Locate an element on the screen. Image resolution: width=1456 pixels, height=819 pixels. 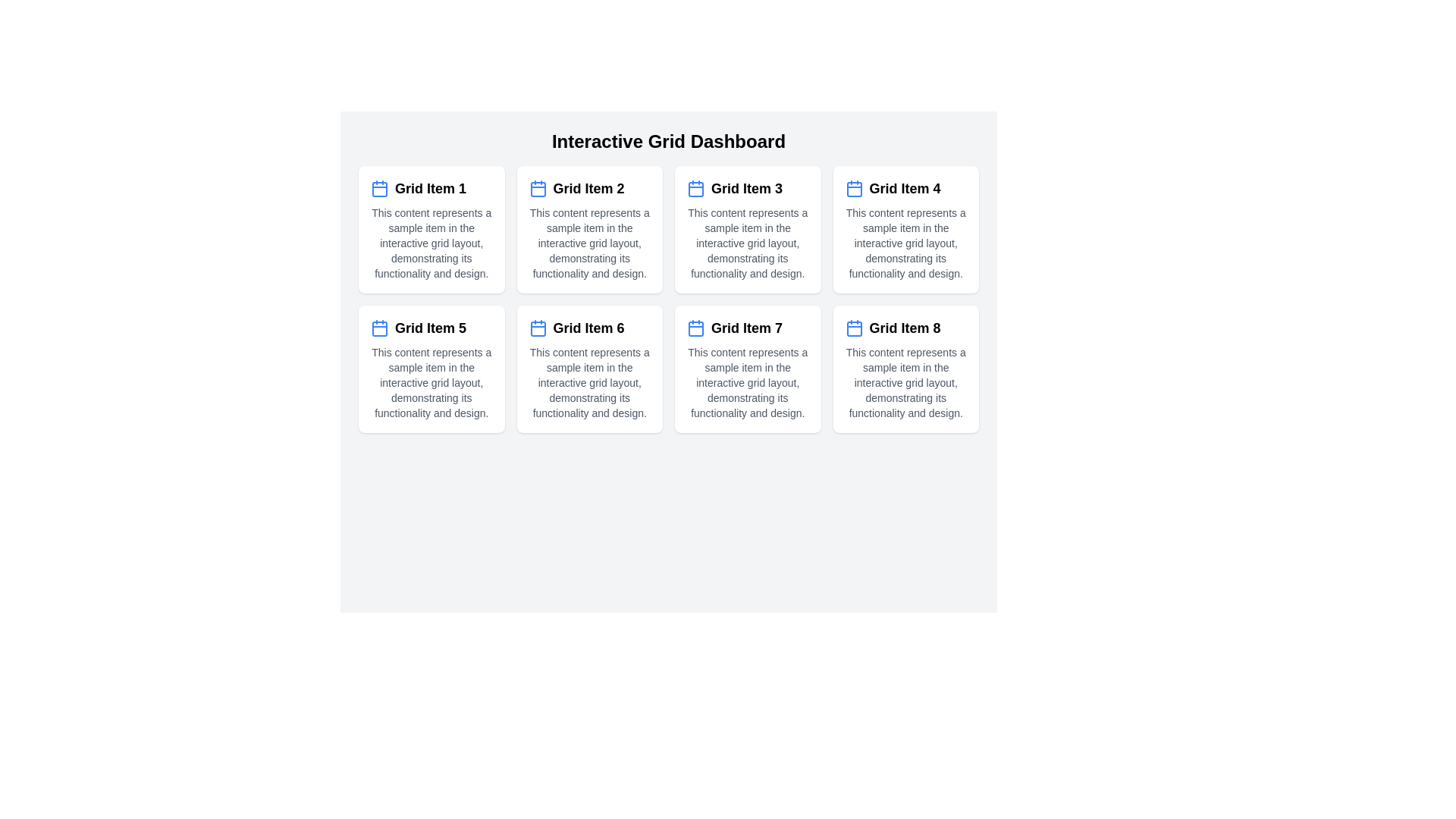
the 'Grid Item 4' text with the blue calendar icon, located in the top-right group of items in a grid layout is located at coordinates (905, 188).